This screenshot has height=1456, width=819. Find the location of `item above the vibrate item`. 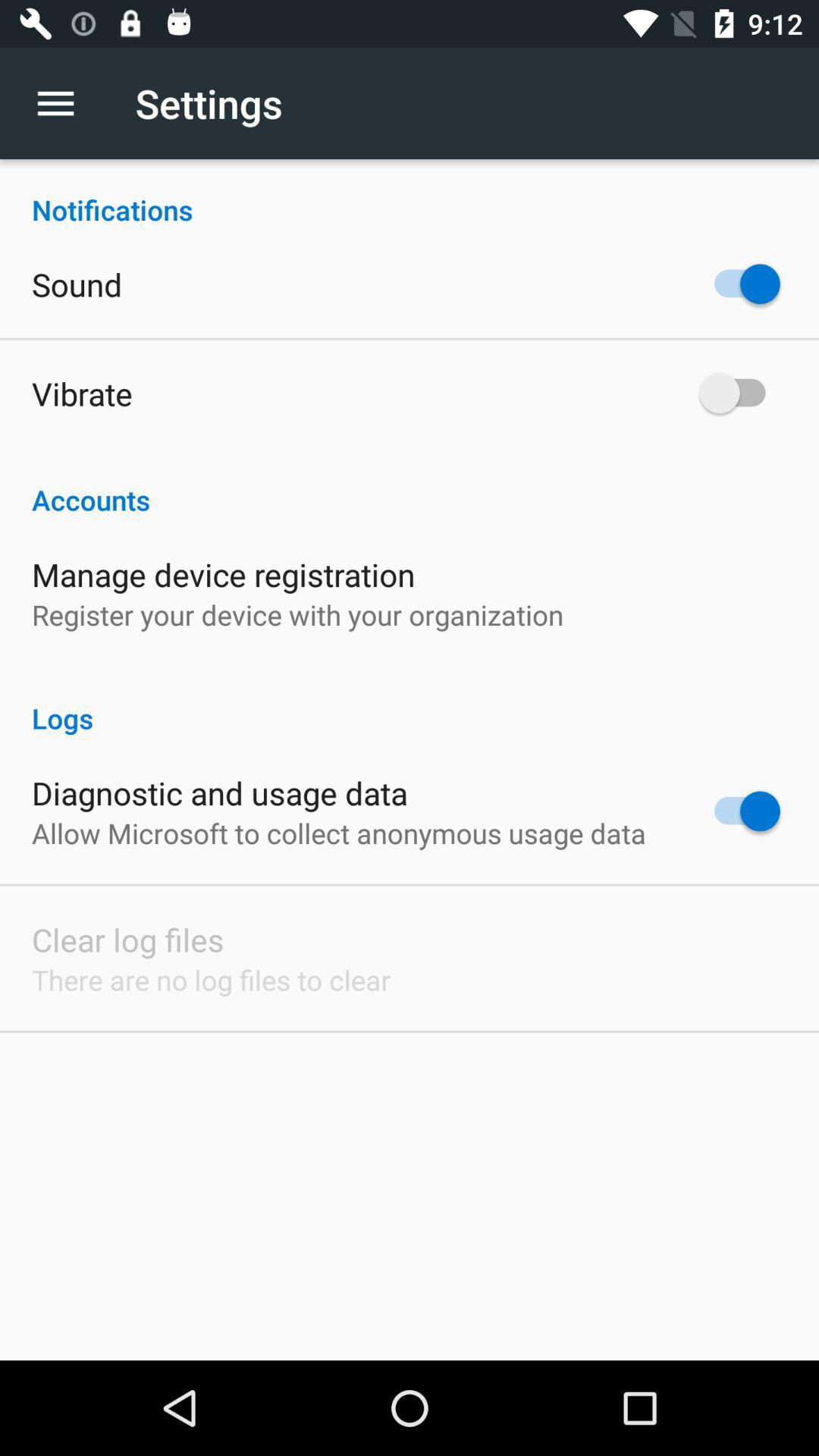

item above the vibrate item is located at coordinates (77, 284).